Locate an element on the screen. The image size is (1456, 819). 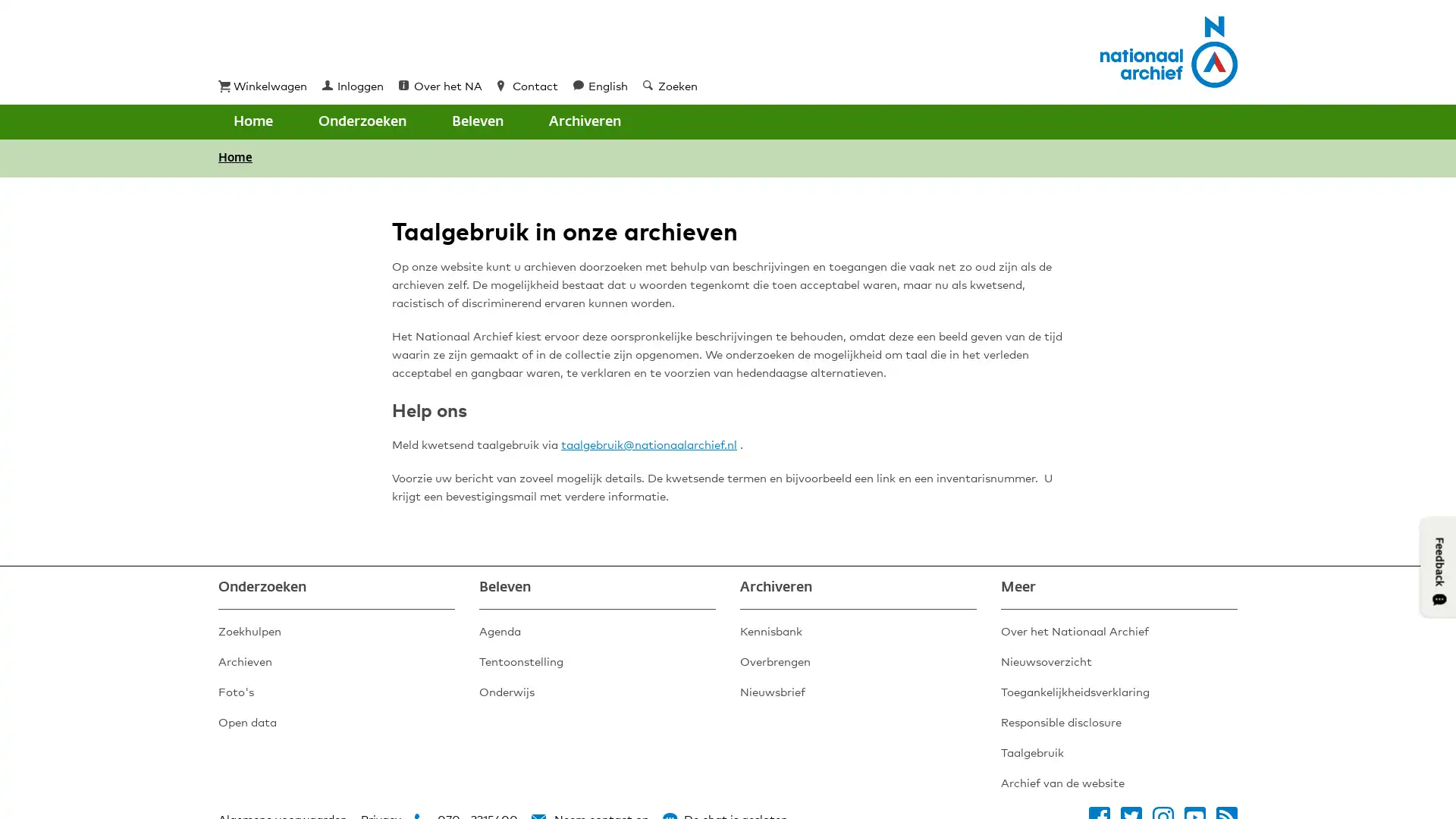
Zoeken is located at coordinates (568, 121).